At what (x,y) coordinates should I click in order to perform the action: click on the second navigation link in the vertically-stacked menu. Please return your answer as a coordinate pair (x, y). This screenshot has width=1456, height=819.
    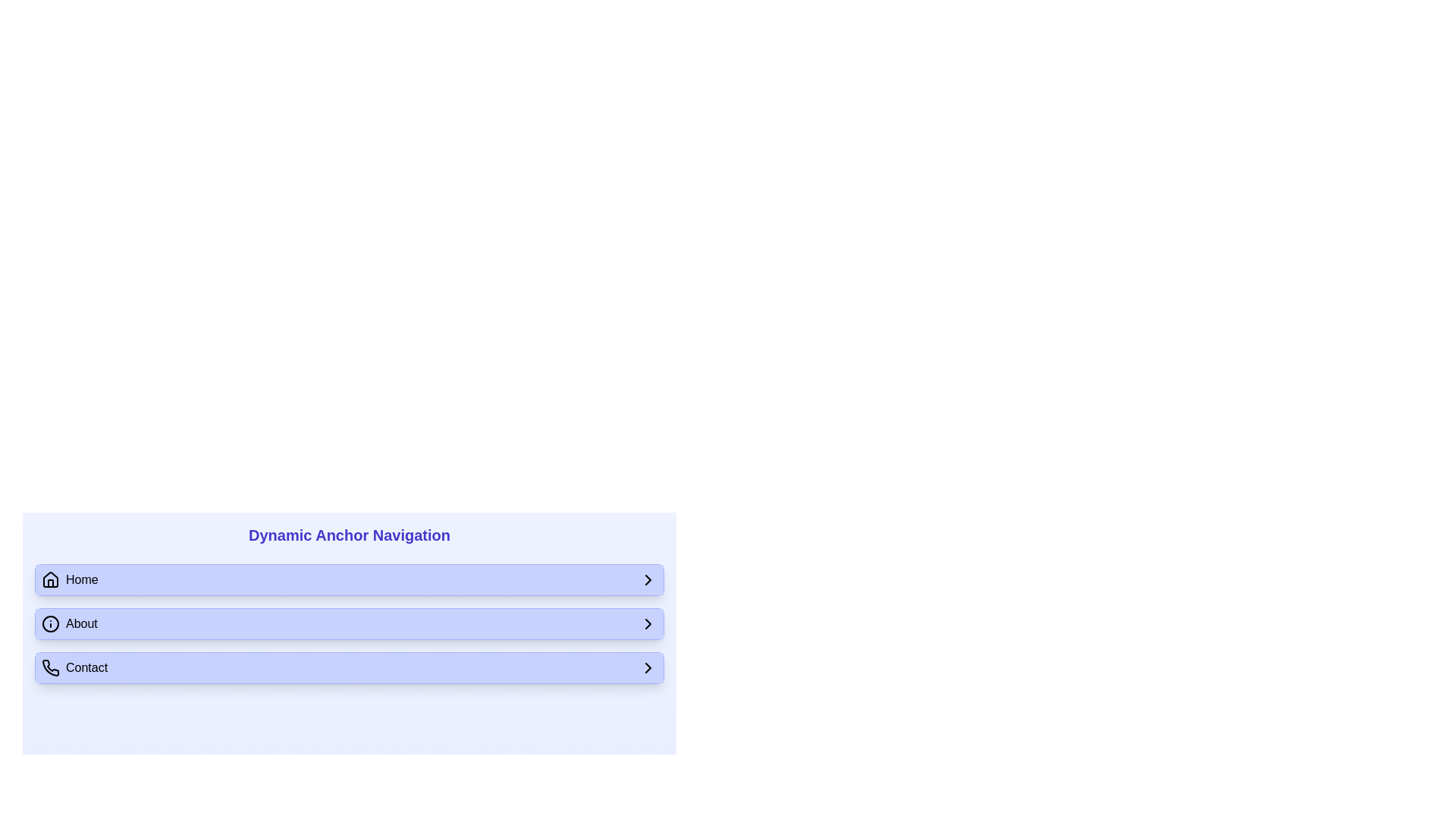
    Looking at the image, I should click on (68, 623).